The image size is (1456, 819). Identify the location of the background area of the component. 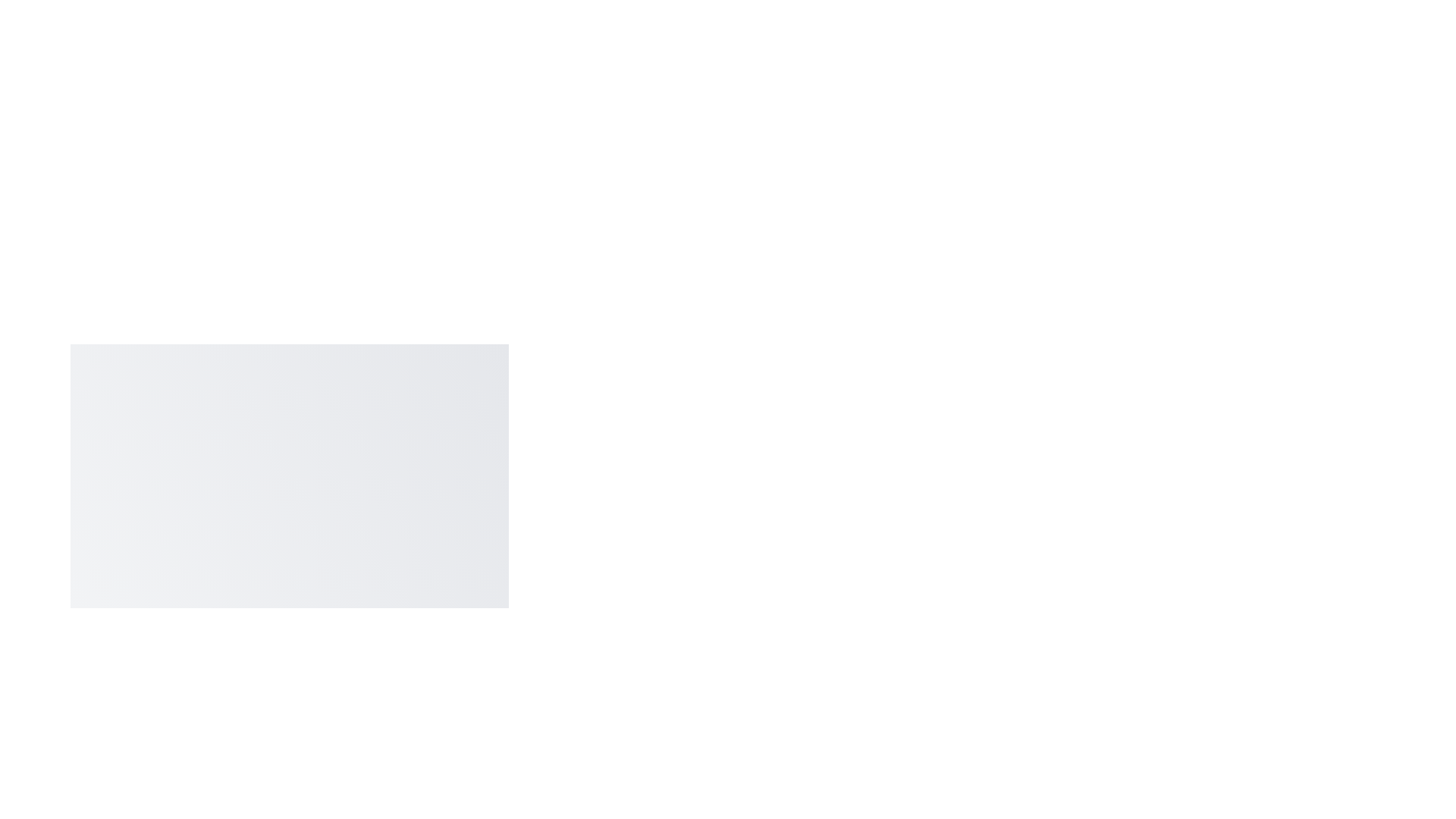
(75, 378).